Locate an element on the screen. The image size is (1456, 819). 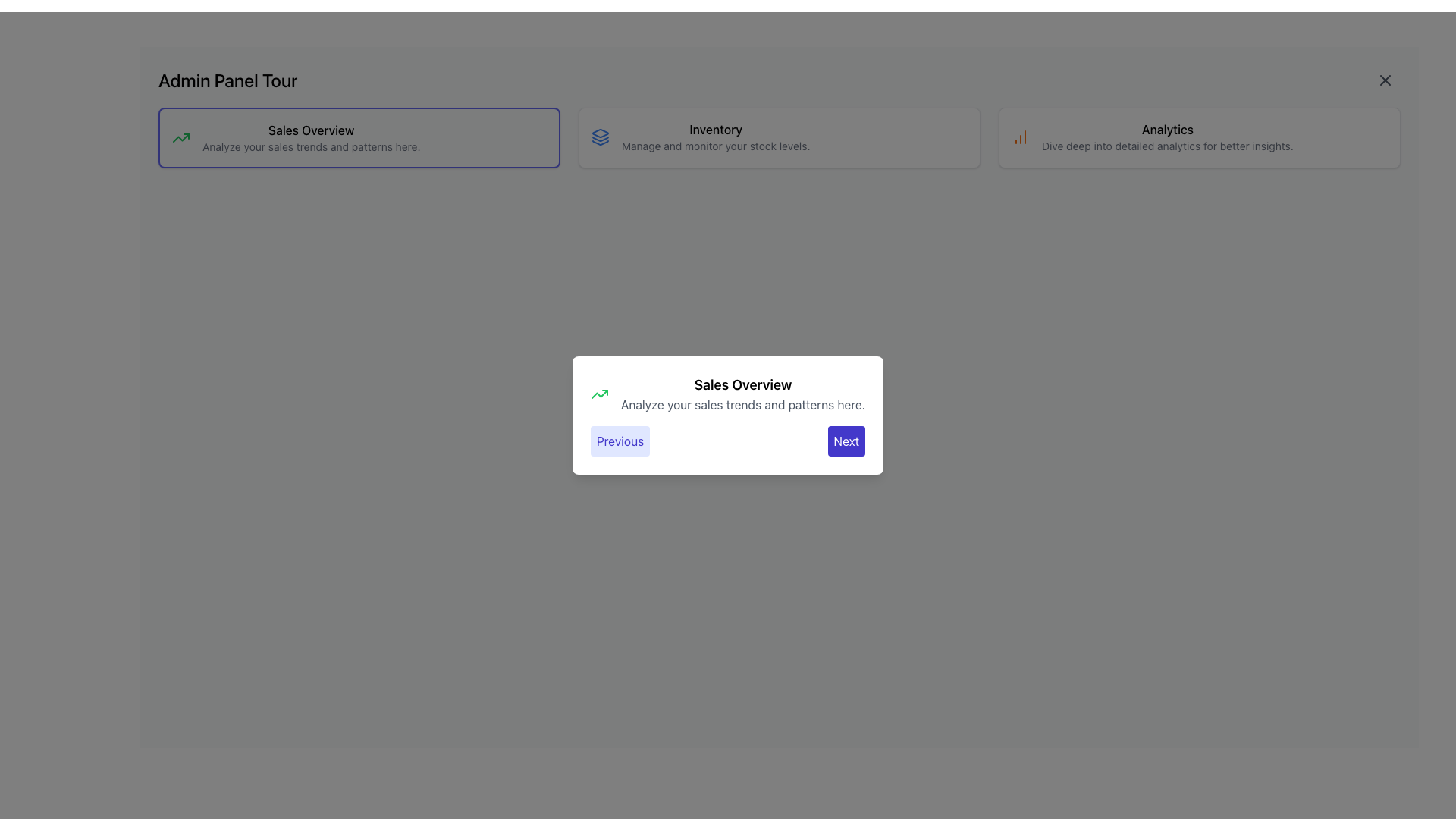
the growth icon located before the 'Sales Overview' text in the Admin Panel Tour, which emphasizes the section's purpose is located at coordinates (181, 137).